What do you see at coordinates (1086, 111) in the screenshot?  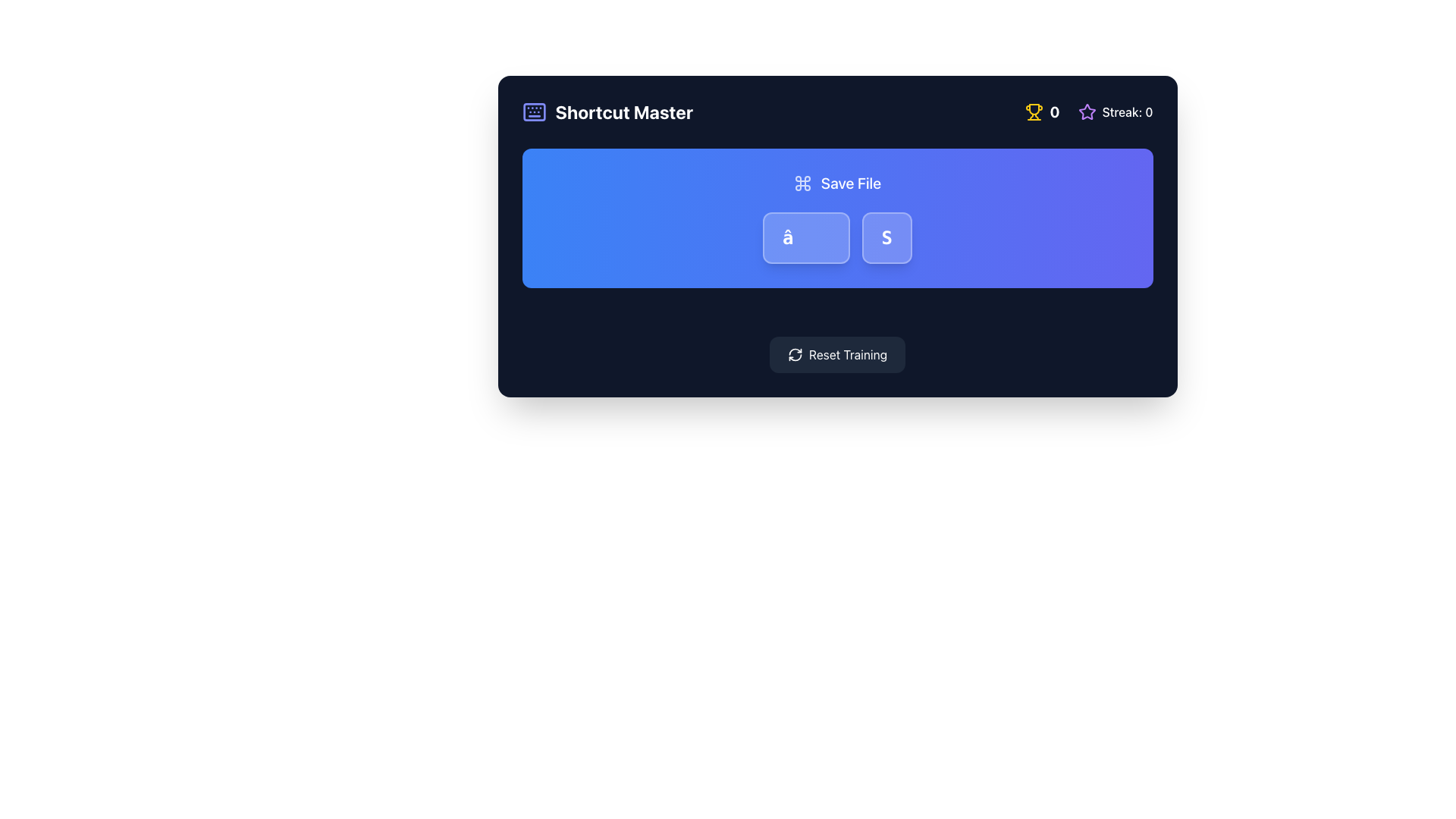 I see `the star icon located in the top-right corner of the interface, which serves as a visual cue for a streak or reward system, adjacent to the text 'Streak: 0'` at bounding box center [1086, 111].